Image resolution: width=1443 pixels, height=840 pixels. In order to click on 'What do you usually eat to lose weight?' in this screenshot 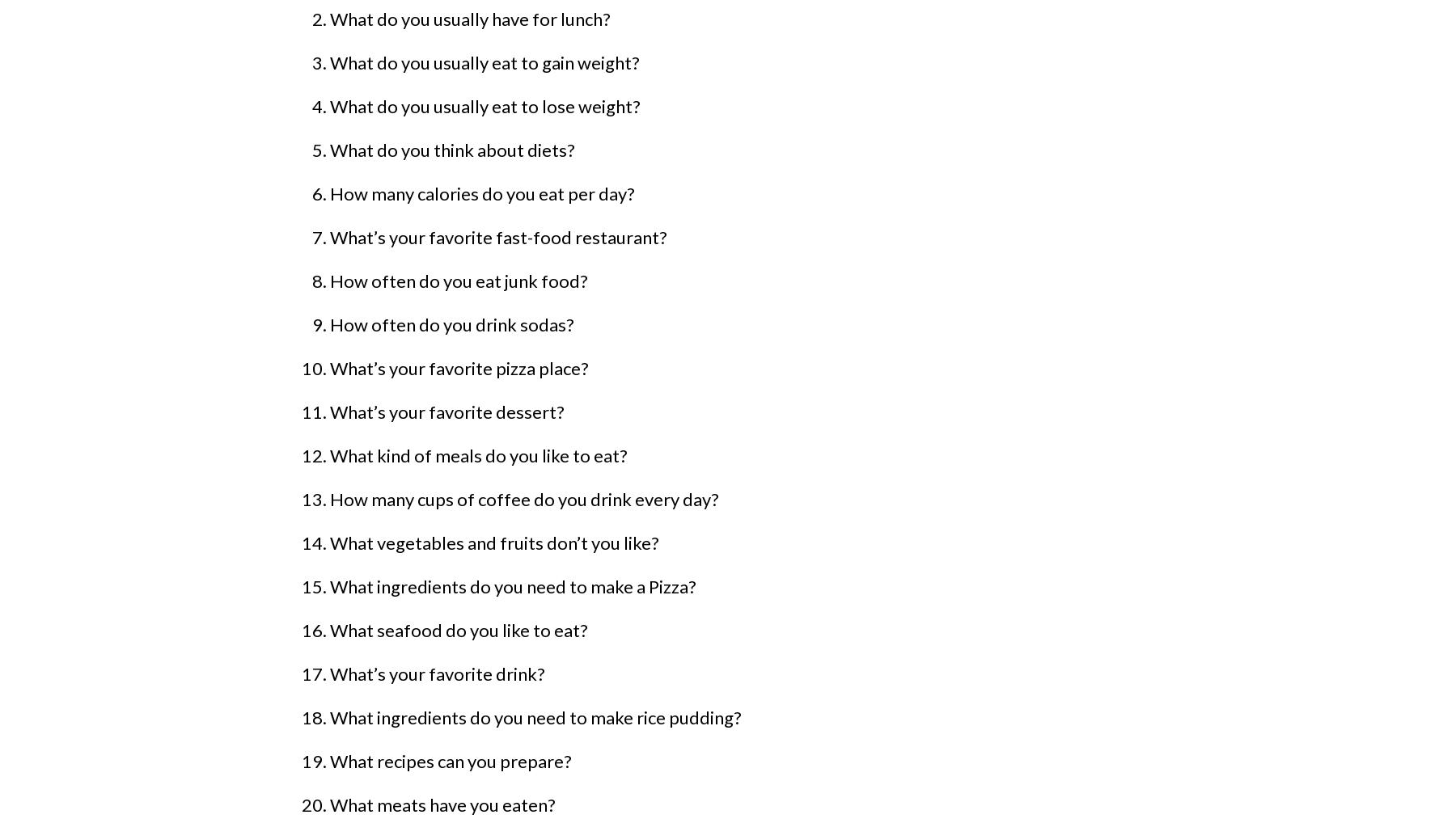, I will do `click(484, 105)`.